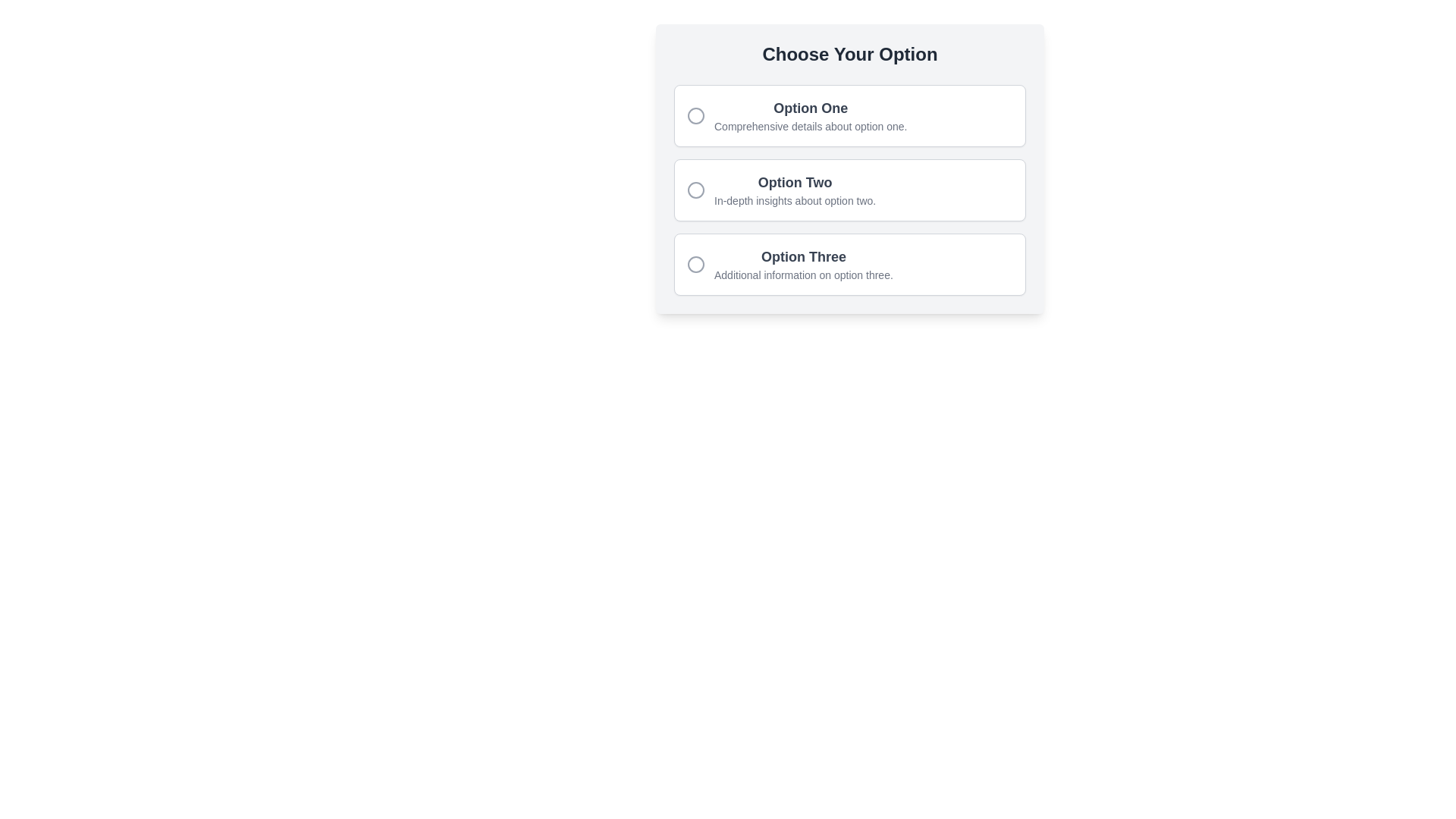 This screenshot has width=1456, height=819. What do you see at coordinates (810, 115) in the screenshot?
I see `the text block that conveys the selectable option title and details, located at the center of the top card in the vertical list of options` at bounding box center [810, 115].